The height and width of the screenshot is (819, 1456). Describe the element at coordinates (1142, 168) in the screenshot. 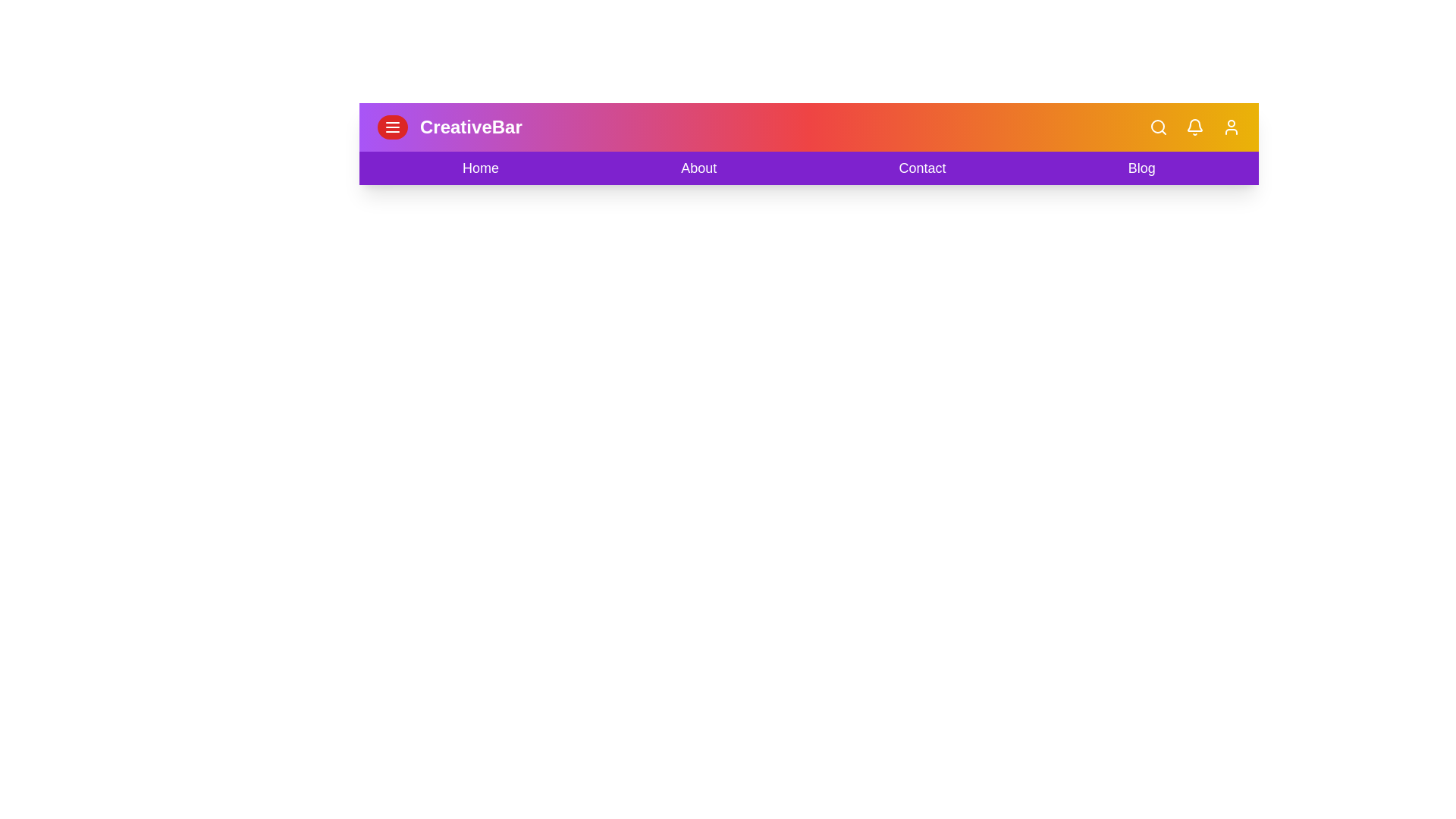

I see `the navigation menu item Blog` at that location.